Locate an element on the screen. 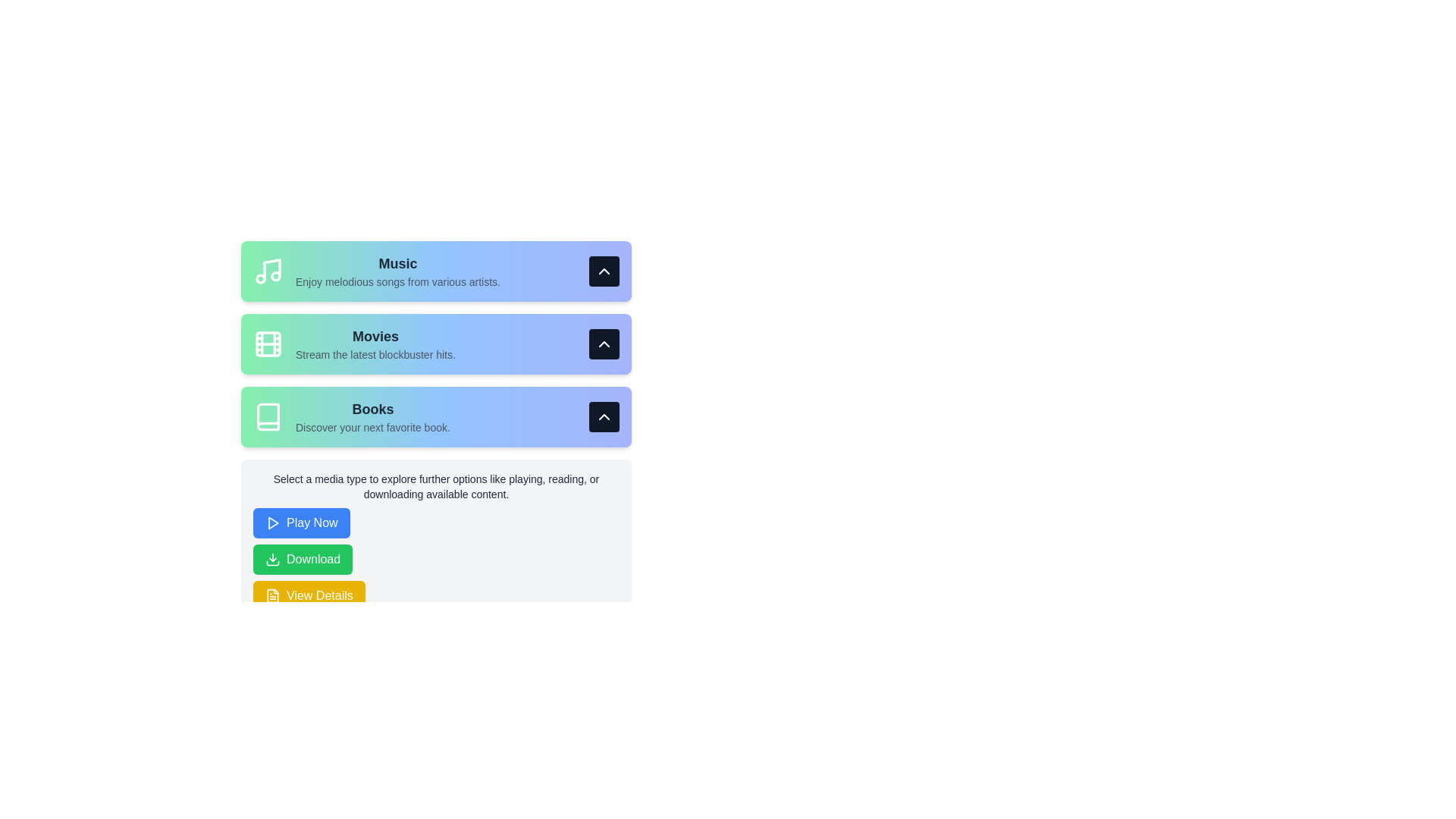  the chevron-up icon located within the dark background square on the right side of the 'Music' card is located at coordinates (603, 271).